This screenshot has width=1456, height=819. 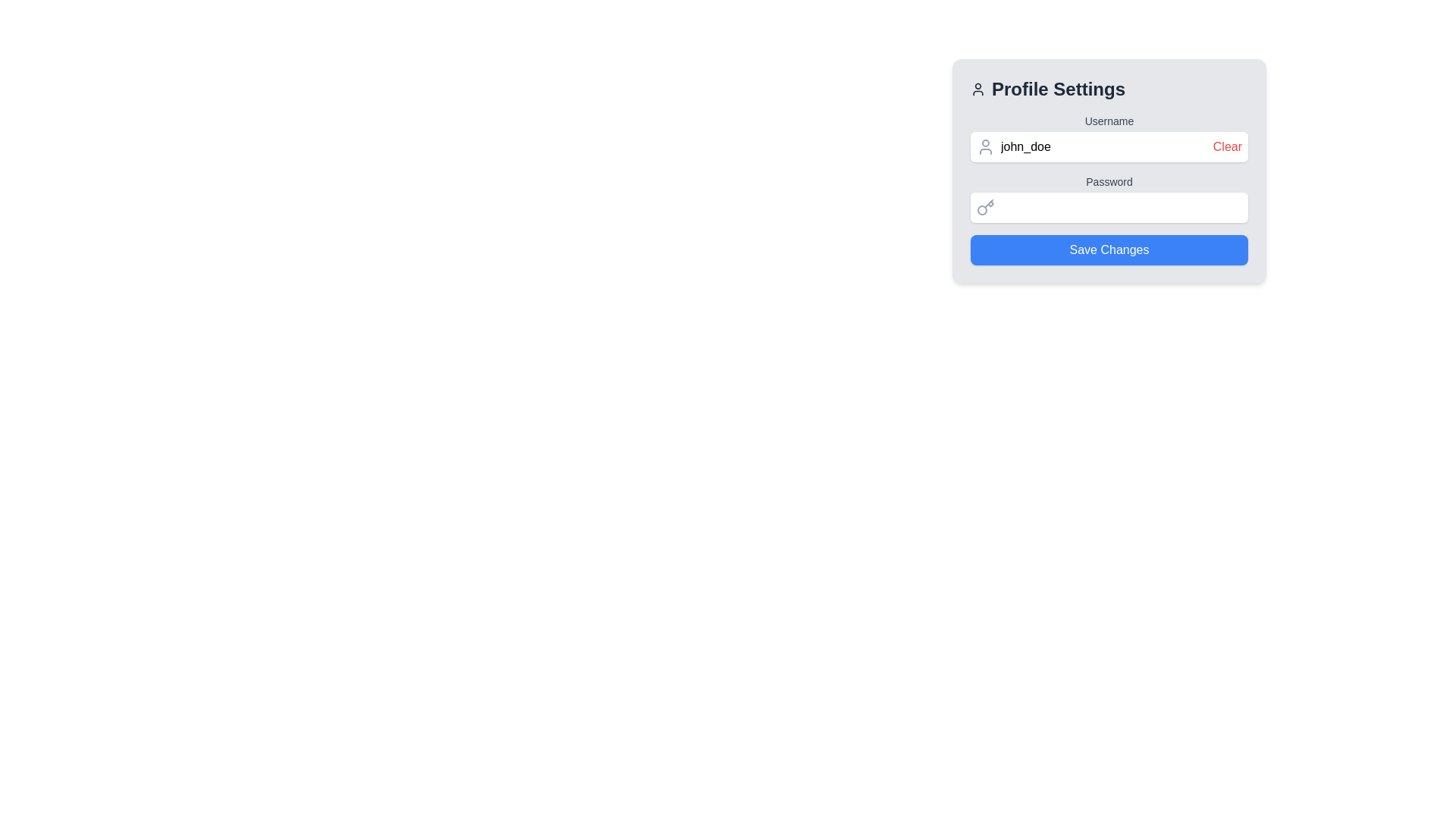 I want to click on the 'Password' static text label displayed in gray color, located in the 'Profile Settings' form above the password input field, so click(x=1109, y=180).